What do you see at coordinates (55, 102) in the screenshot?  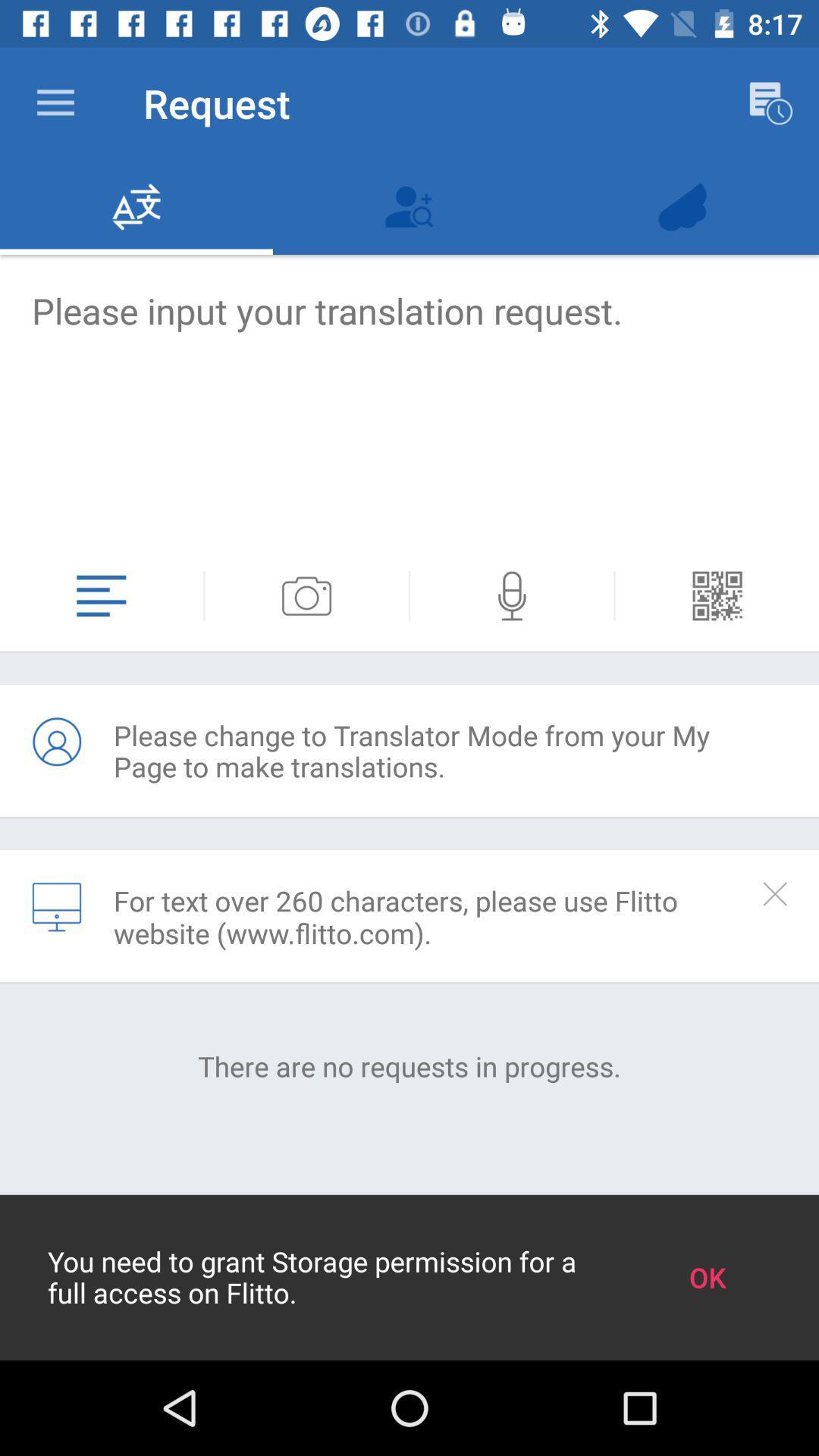 I see `icon to the left of the request item` at bounding box center [55, 102].